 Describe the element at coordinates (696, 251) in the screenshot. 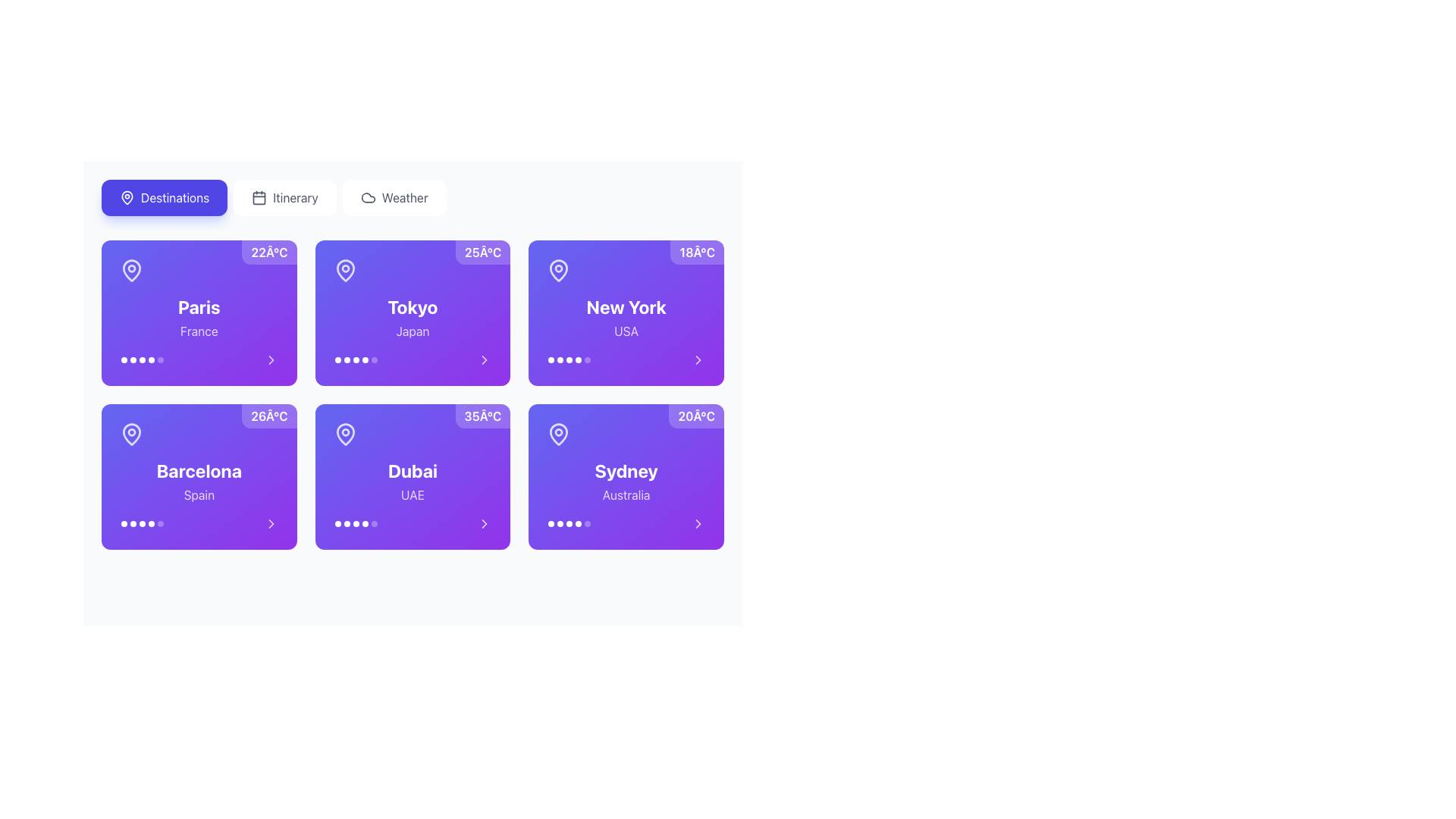

I see `the temperature label located at the top-right corner of the 'New York' card, which is part of a grid layout of destination cards` at that location.